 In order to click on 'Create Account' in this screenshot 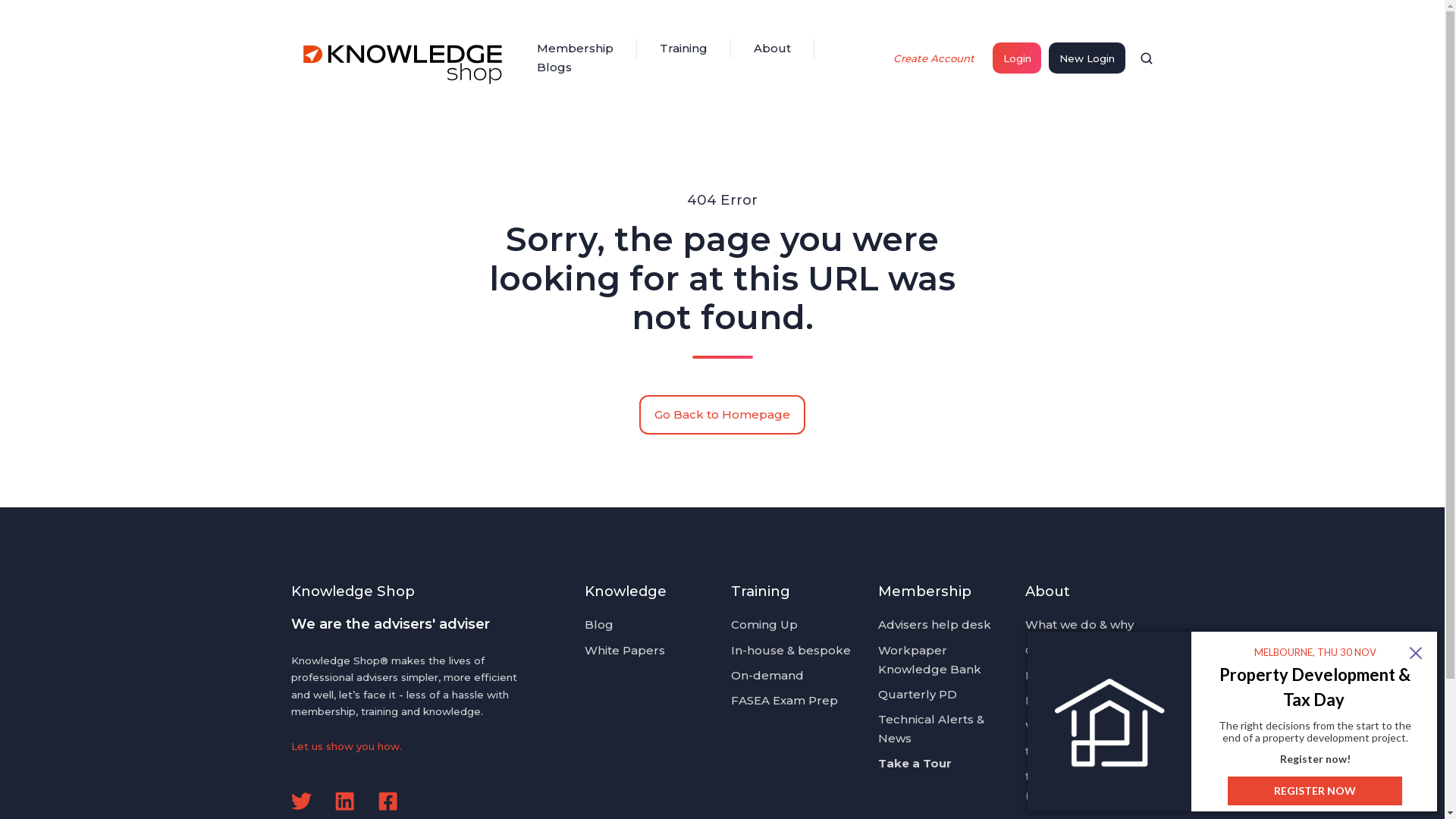, I will do `click(934, 57)`.